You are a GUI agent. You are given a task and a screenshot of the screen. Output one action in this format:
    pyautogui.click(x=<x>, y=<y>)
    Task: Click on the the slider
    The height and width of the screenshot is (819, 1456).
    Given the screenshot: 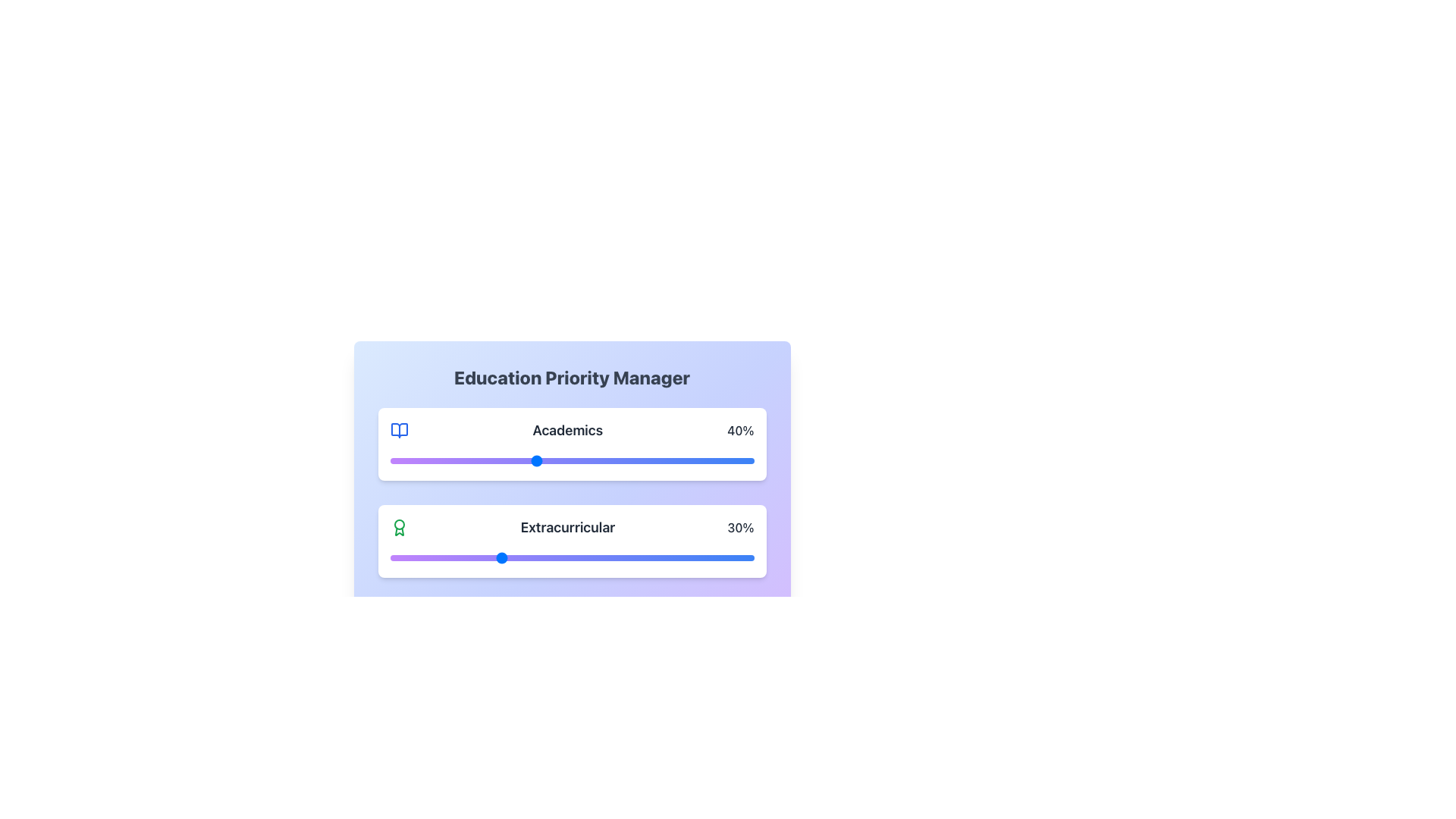 What is the action you would take?
    pyautogui.click(x=582, y=558)
    